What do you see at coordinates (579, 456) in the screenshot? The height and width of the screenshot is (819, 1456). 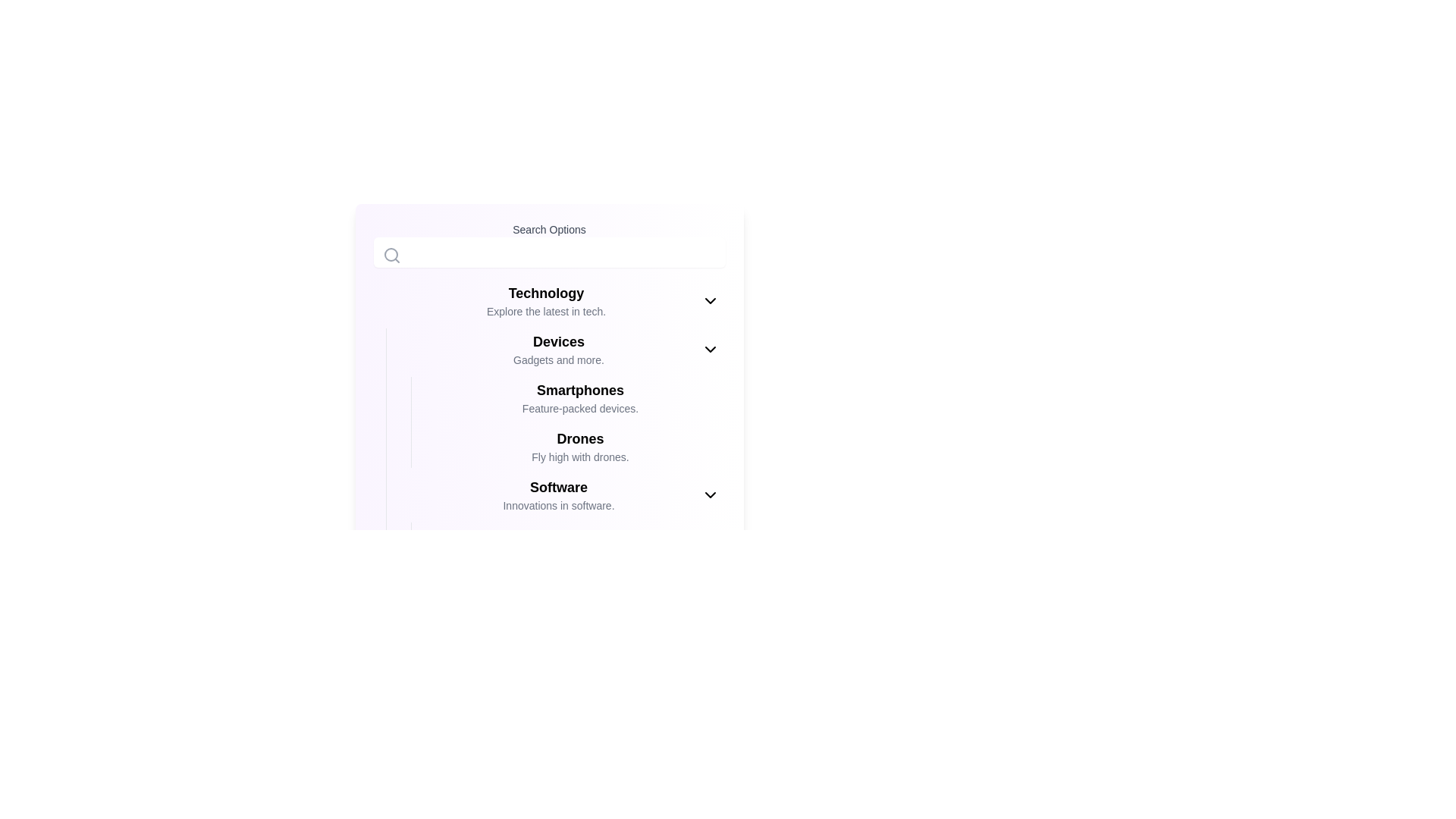 I see `the Text label located beneath the 'Drones' heading, which provides context for the Drones section` at bounding box center [579, 456].